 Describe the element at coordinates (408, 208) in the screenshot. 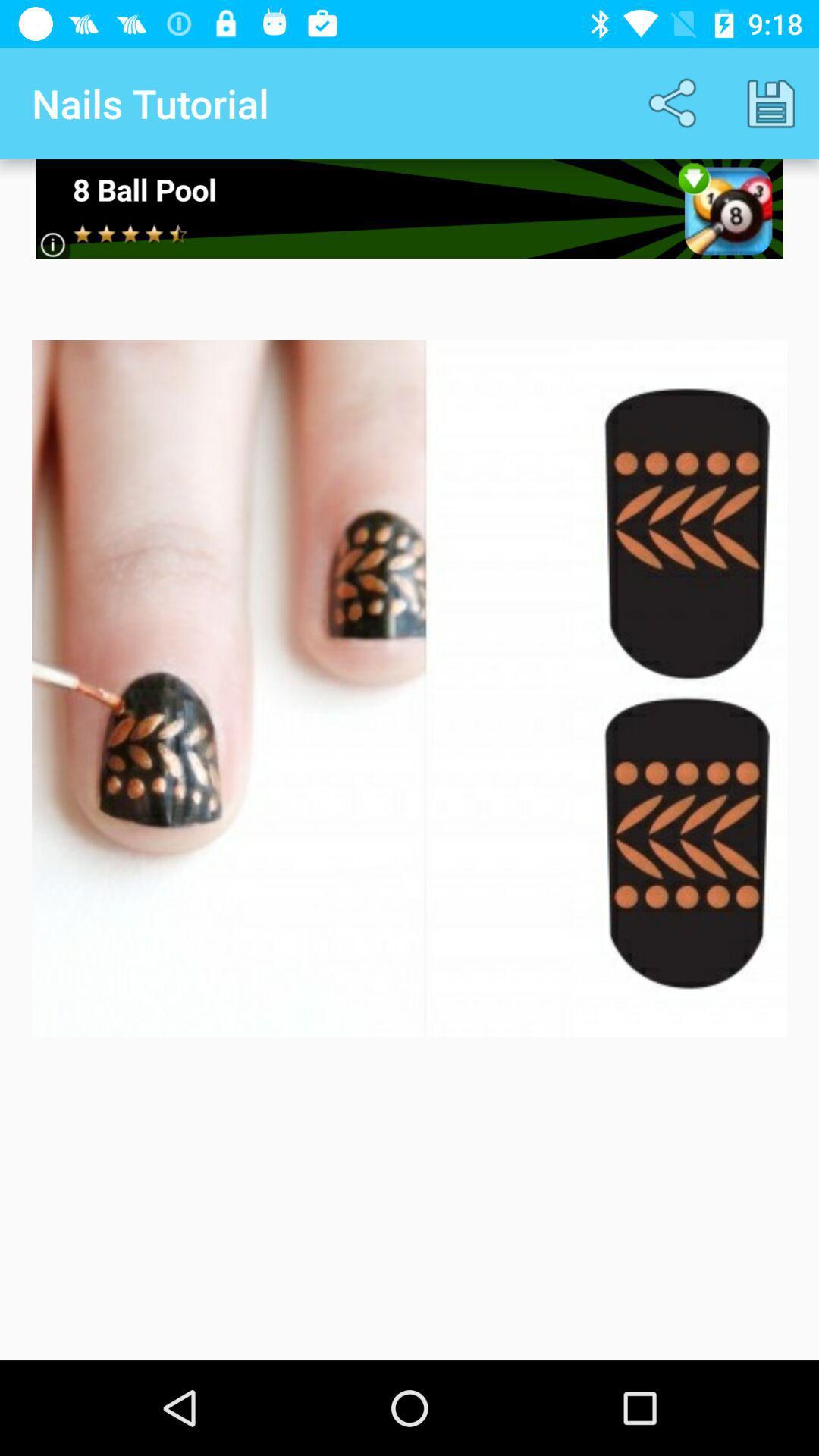

I see `this is an advertisement` at that location.